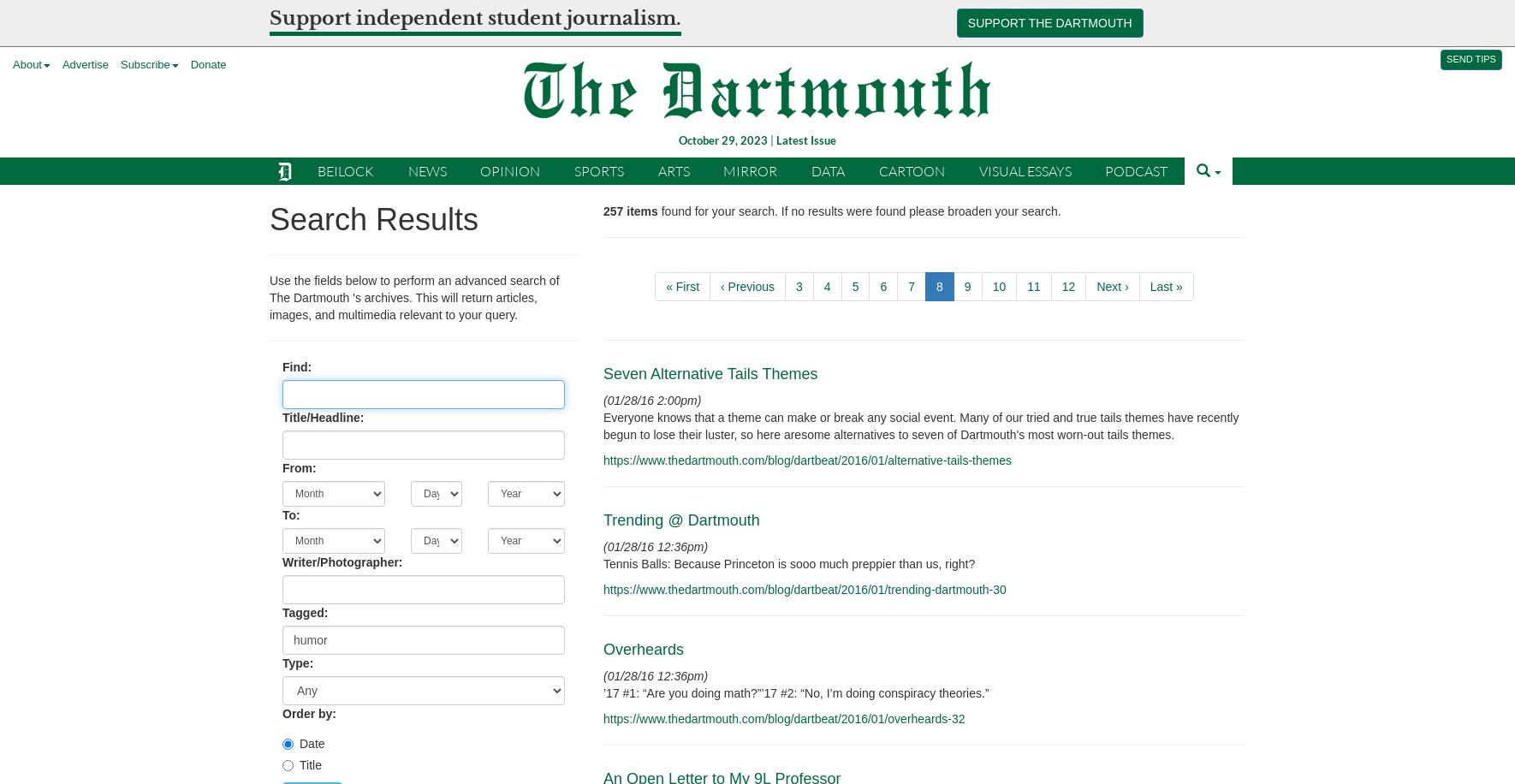 This screenshot has width=1515, height=784. Describe the element at coordinates (145, 63) in the screenshot. I see `'Subscribe'` at that location.